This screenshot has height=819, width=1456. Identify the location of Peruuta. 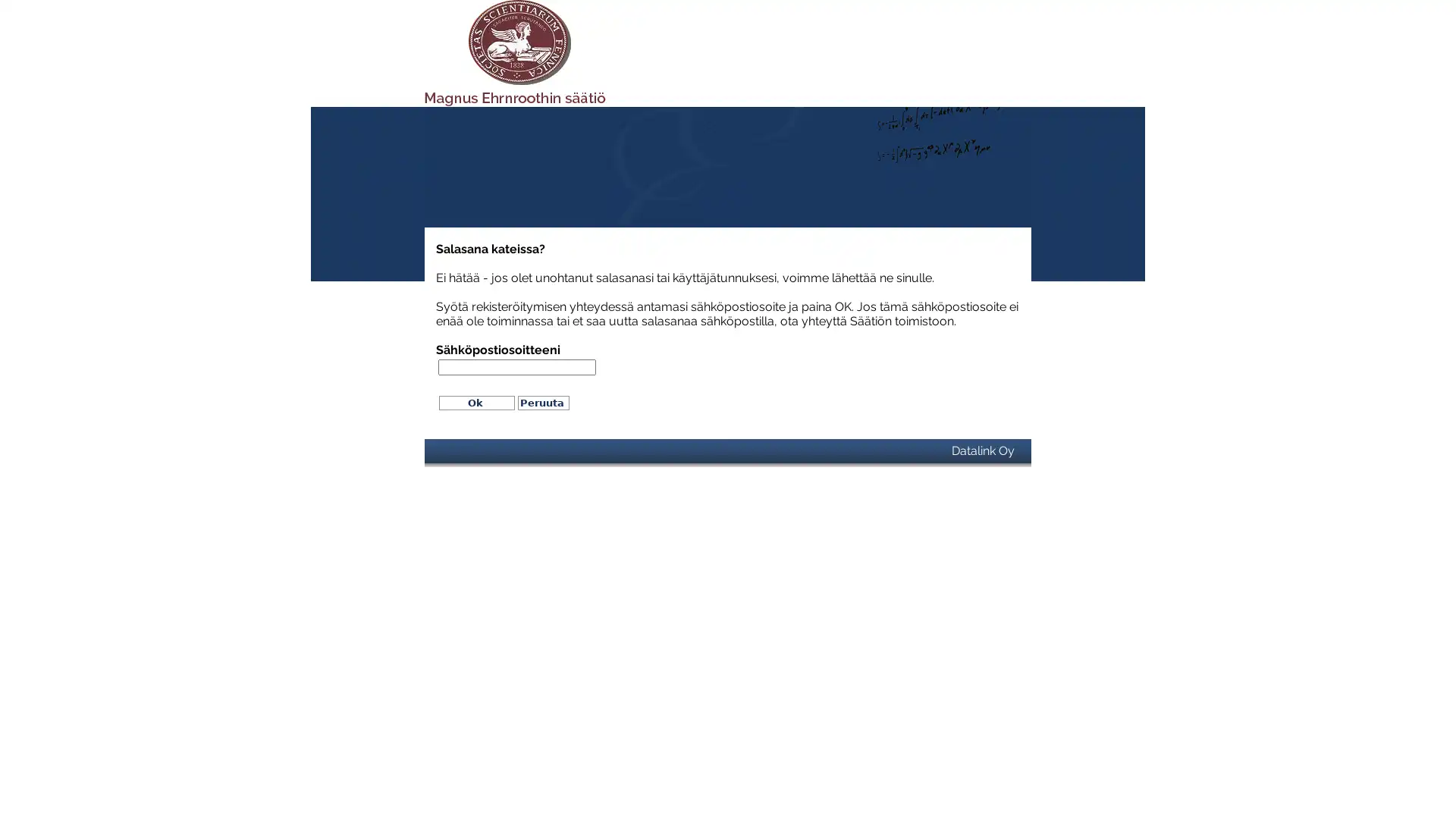
(543, 402).